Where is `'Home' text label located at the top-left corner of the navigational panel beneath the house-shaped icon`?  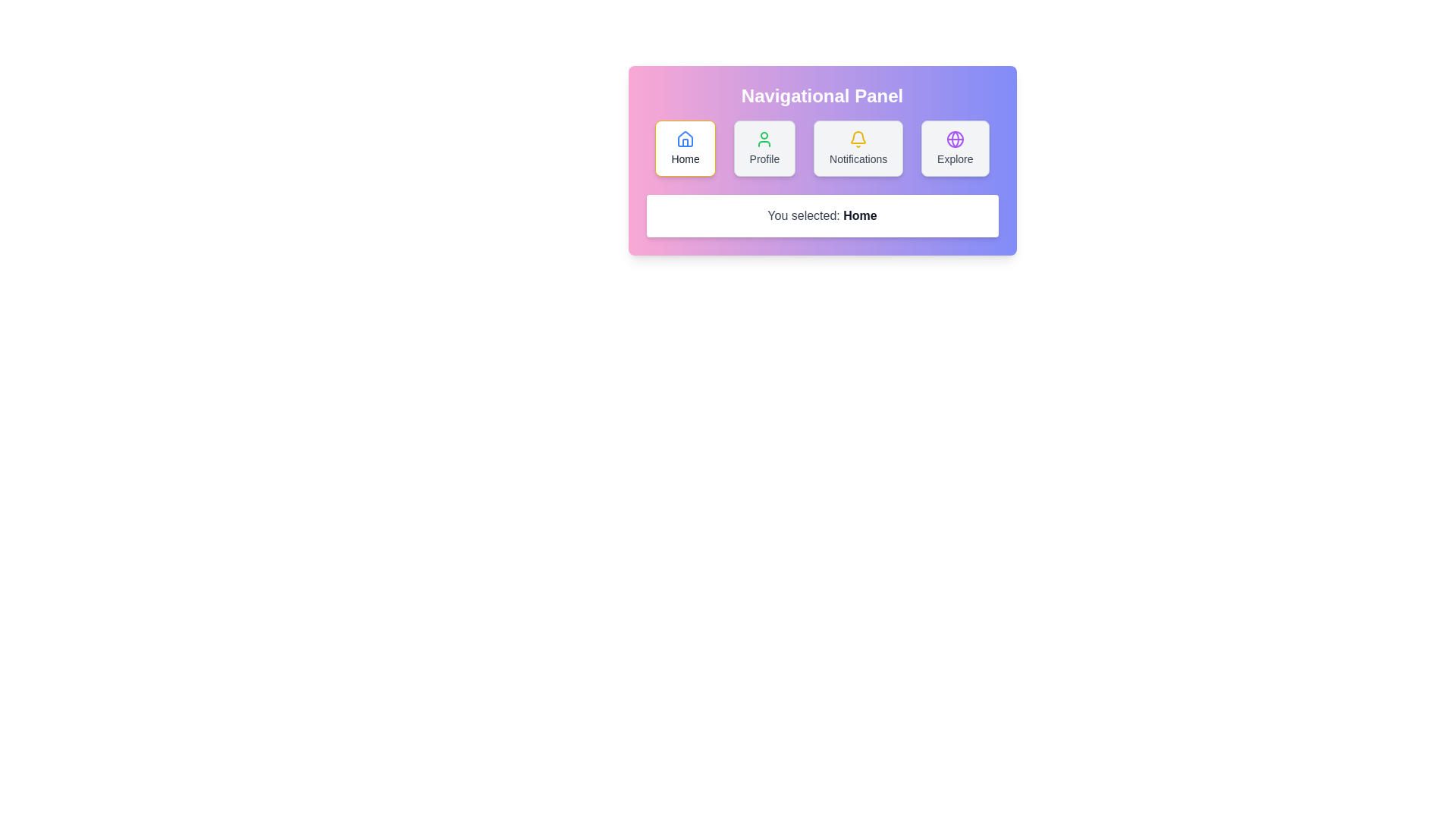
'Home' text label located at the top-left corner of the navigational panel beneath the house-shaped icon is located at coordinates (685, 158).